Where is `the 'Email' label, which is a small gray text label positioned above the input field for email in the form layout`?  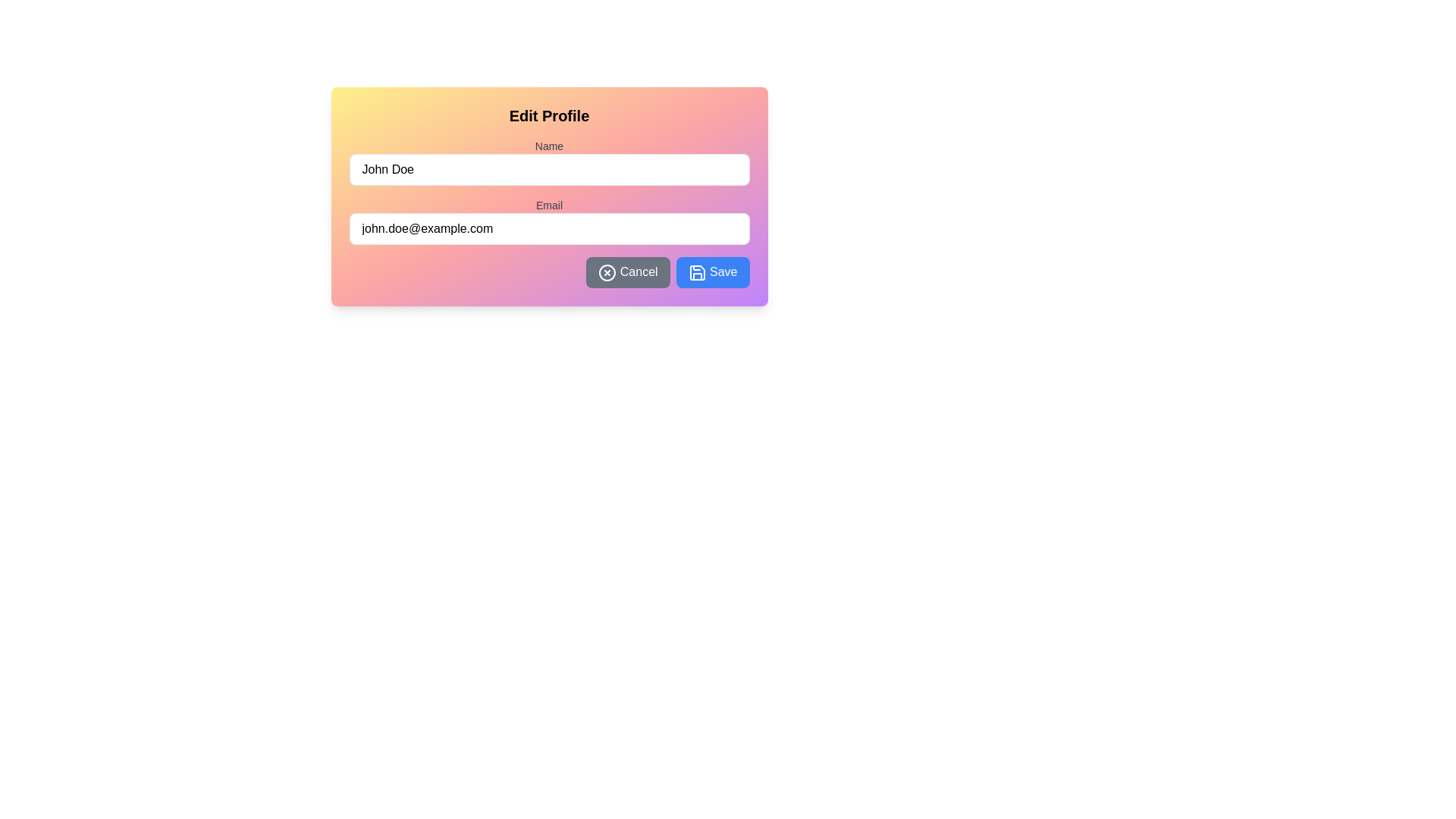
the 'Email' label, which is a small gray text label positioned above the input field for email in the form layout is located at coordinates (548, 205).